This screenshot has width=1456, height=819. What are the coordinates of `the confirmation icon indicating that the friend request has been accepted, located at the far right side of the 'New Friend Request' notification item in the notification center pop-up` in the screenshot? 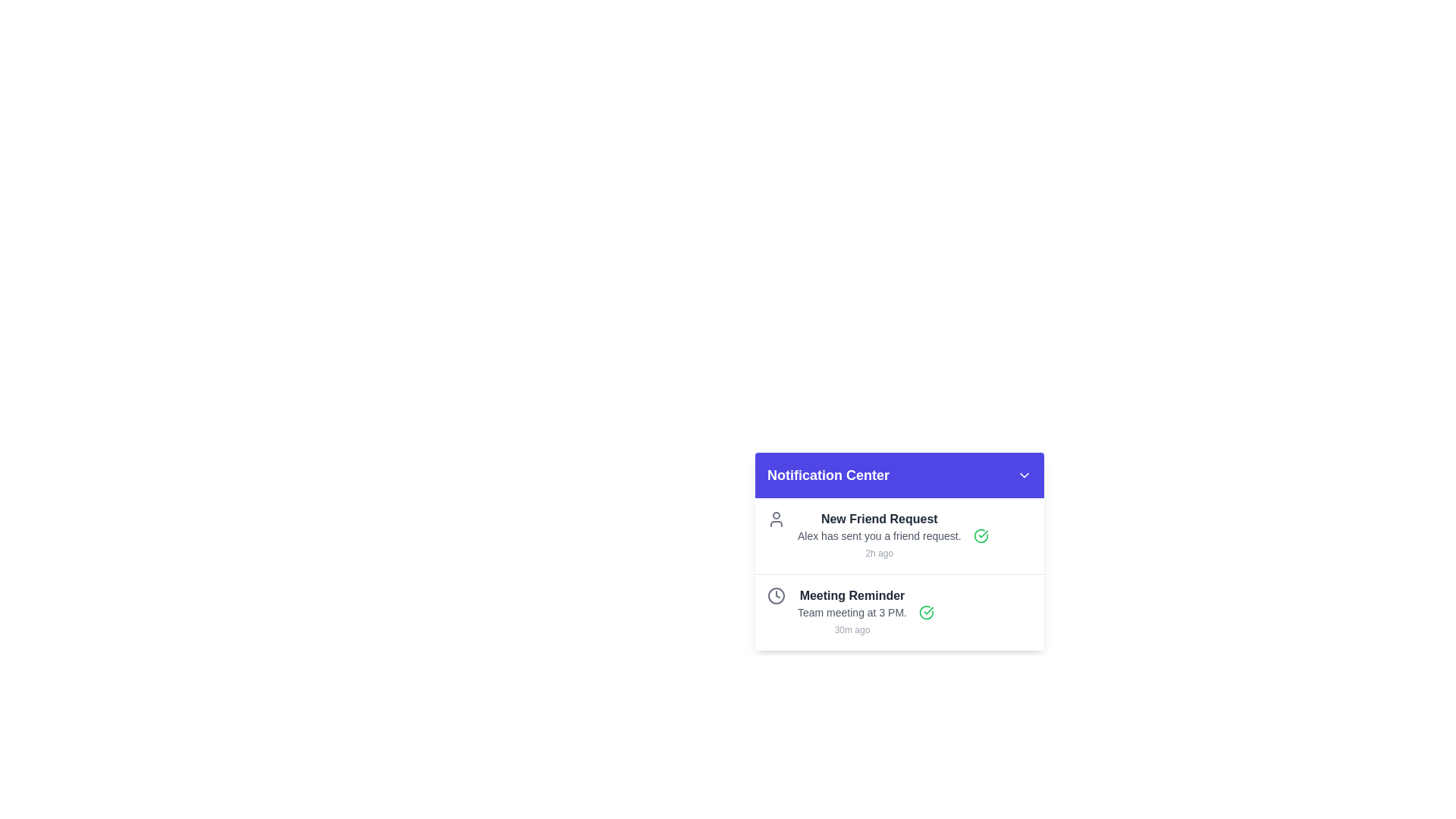 It's located at (981, 535).